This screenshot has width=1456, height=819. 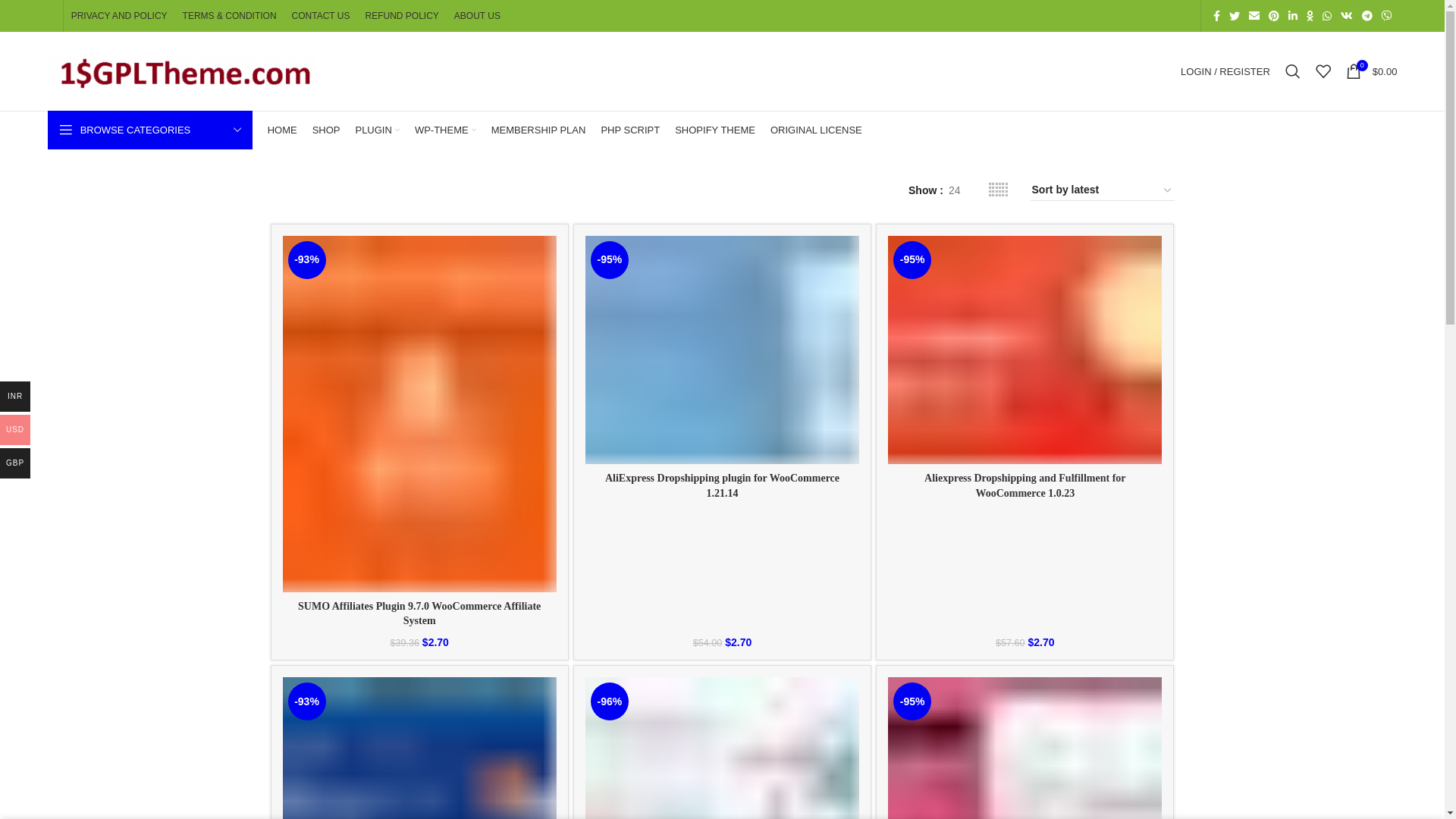 What do you see at coordinates (118, 15) in the screenshot?
I see `'PRIVACY AND POLICY'` at bounding box center [118, 15].